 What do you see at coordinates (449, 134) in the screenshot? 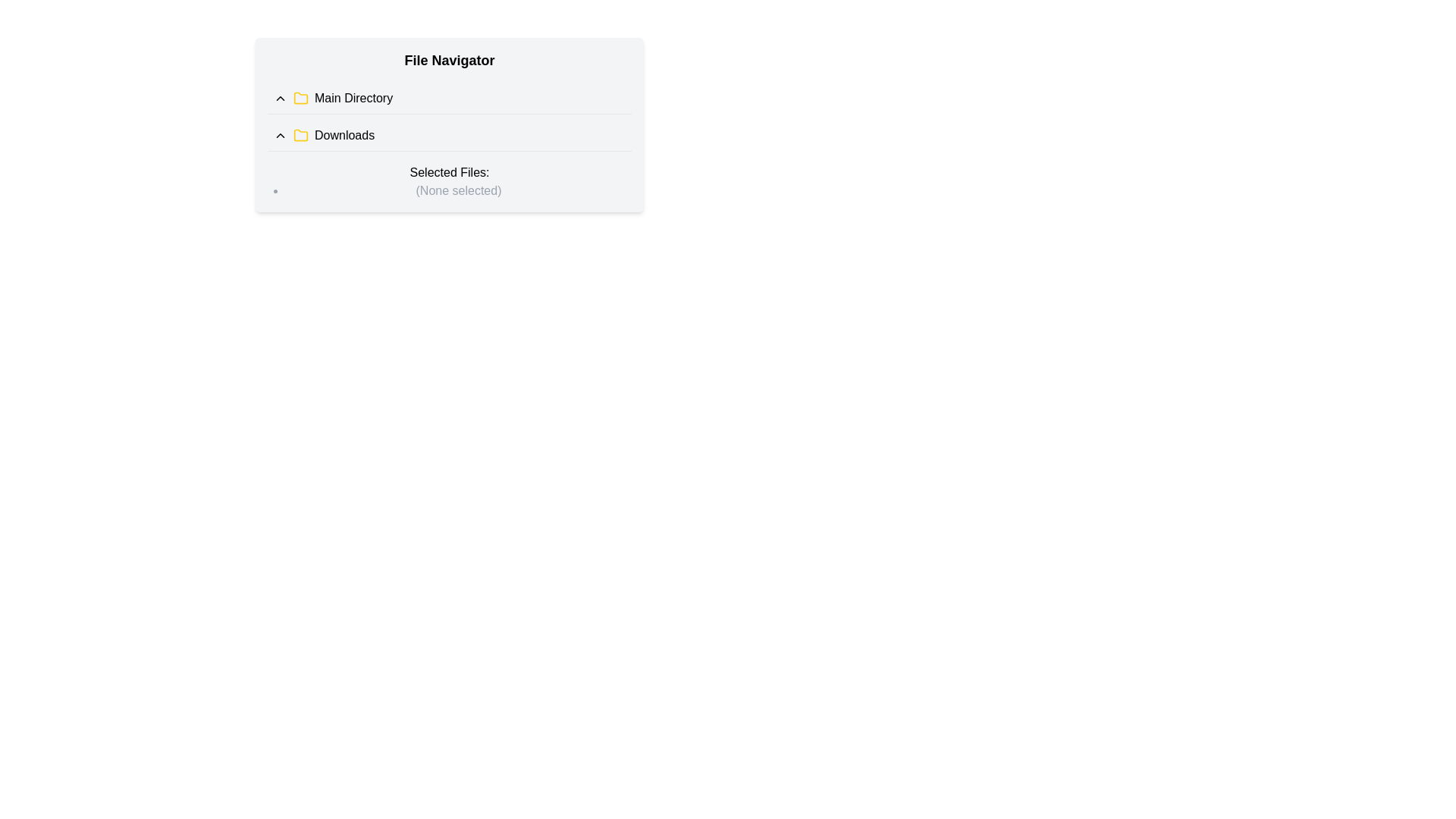
I see `the 'Downloads' directory entry` at bounding box center [449, 134].